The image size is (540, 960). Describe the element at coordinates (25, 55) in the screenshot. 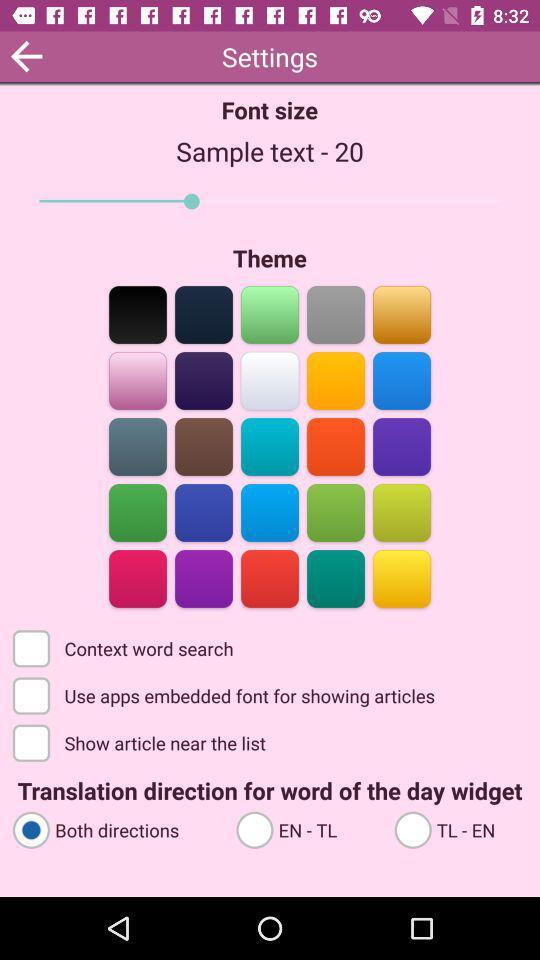

I see `the arrow_backward icon` at that location.